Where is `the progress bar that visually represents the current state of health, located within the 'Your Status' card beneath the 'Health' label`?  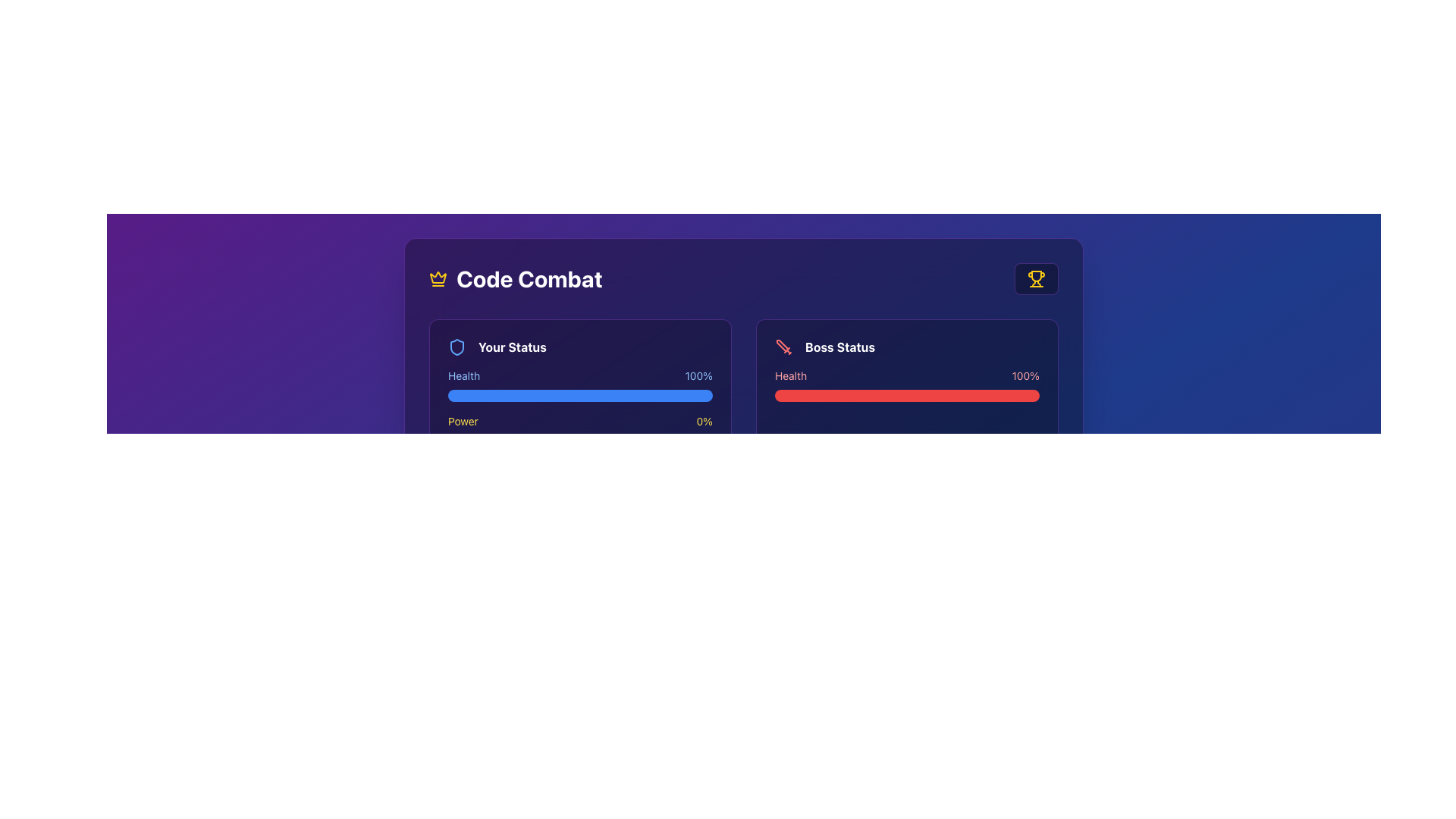 the progress bar that visually represents the current state of health, located within the 'Your Status' card beneath the 'Health' label is located at coordinates (579, 394).